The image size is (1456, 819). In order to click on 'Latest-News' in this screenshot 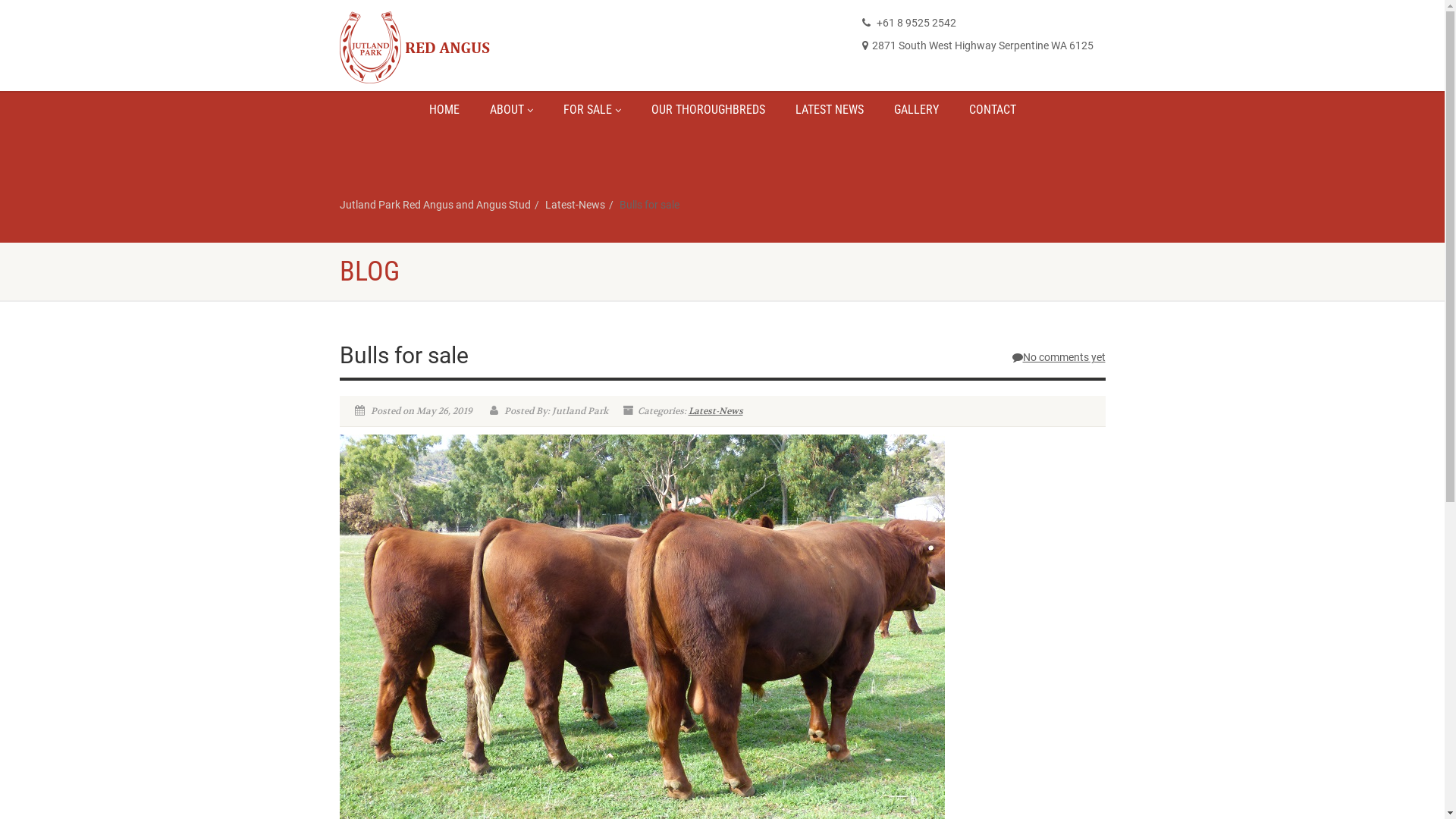, I will do `click(573, 205)`.